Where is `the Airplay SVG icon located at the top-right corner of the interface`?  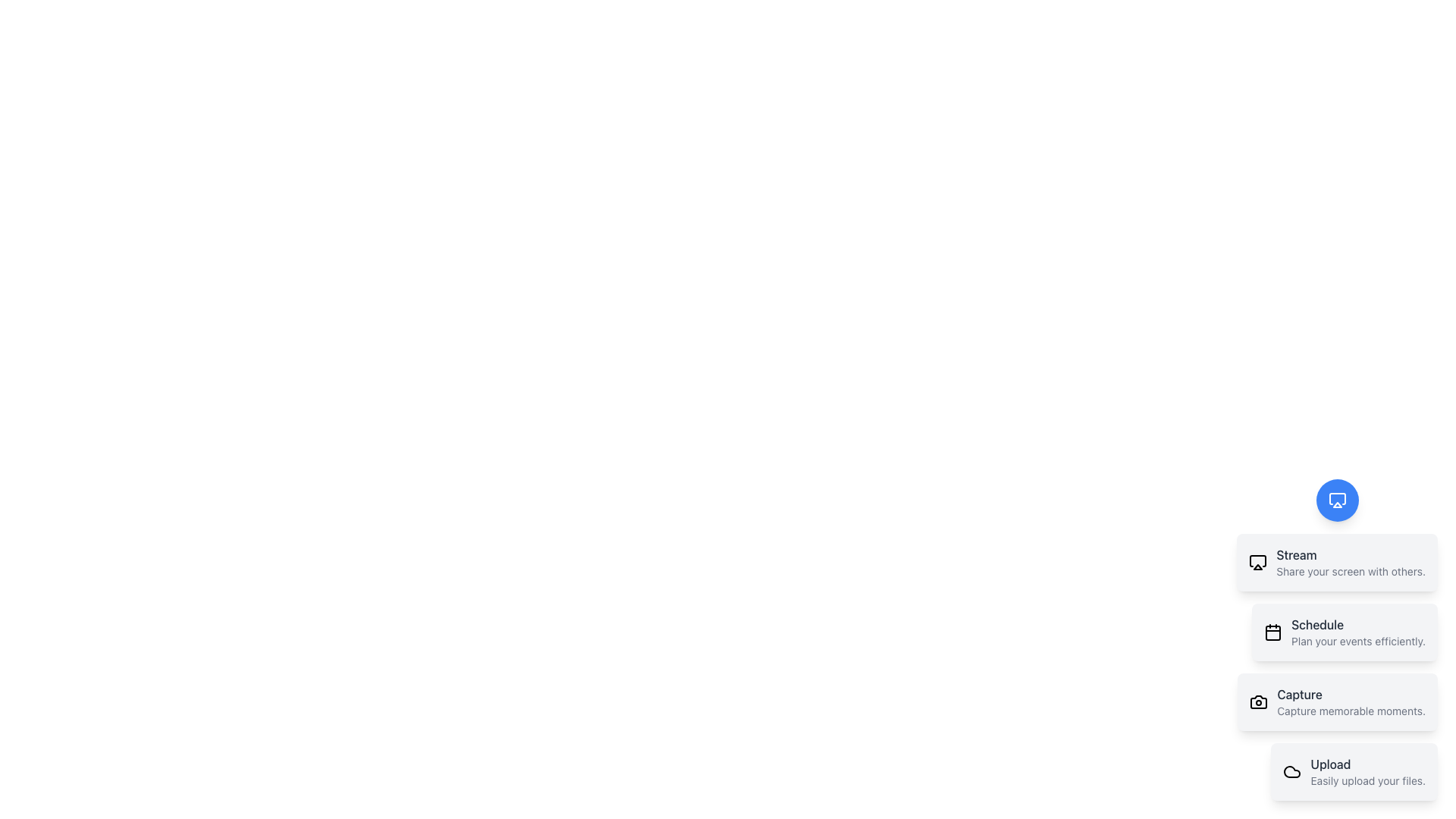 the Airplay SVG icon located at the top-right corner of the interface is located at coordinates (1337, 500).